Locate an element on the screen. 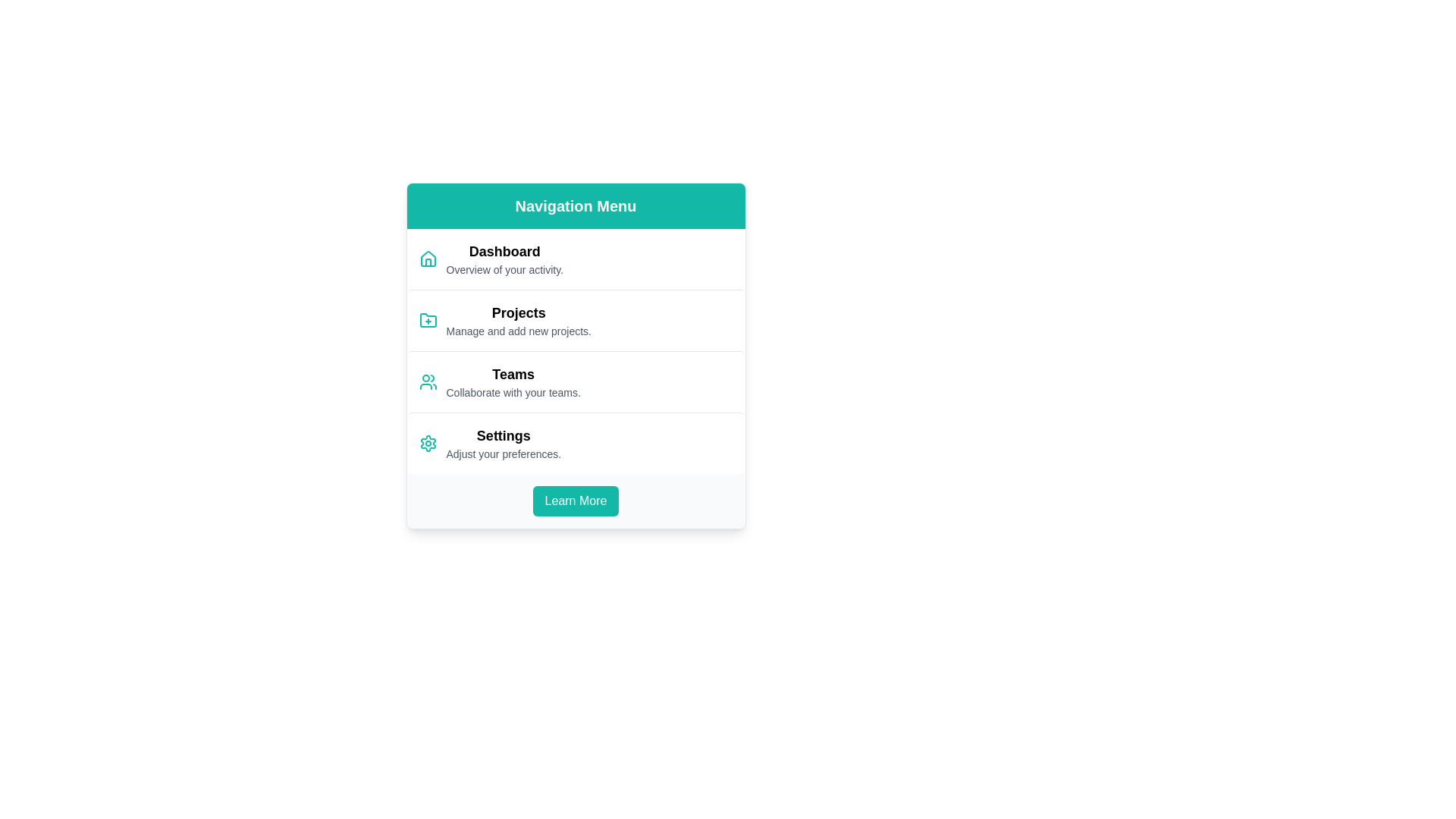 The image size is (1456, 819). the 'Navigation Menu' text label is located at coordinates (575, 206).